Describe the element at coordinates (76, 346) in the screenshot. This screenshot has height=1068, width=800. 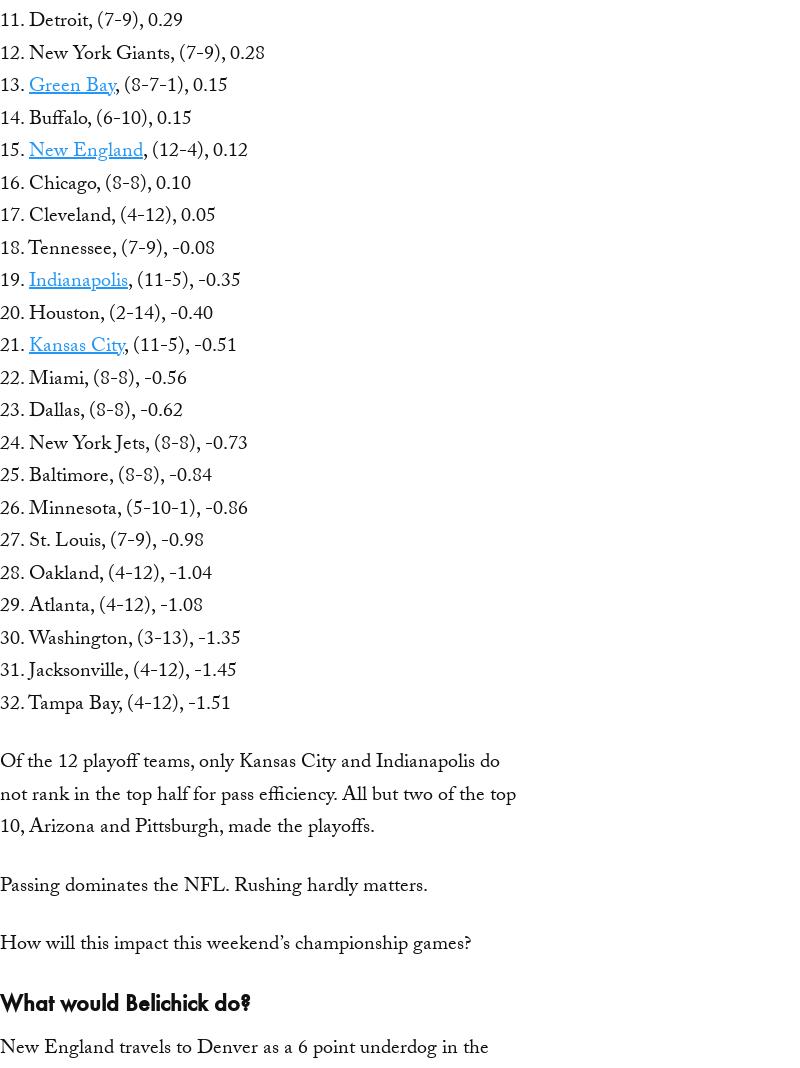
I see `'Kansas City'` at that location.